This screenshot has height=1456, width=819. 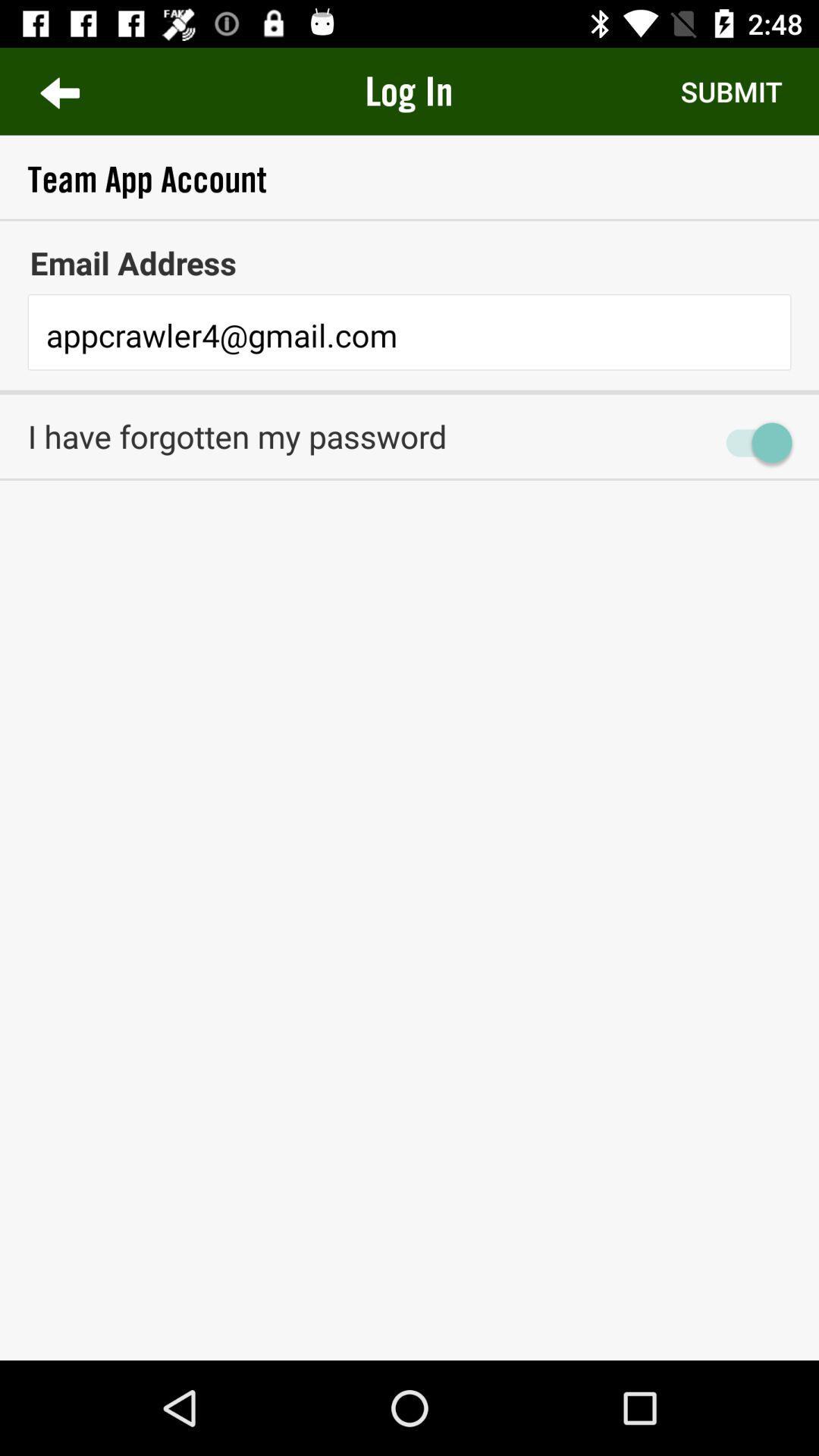 I want to click on the icon at the center, so click(x=409, y=508).